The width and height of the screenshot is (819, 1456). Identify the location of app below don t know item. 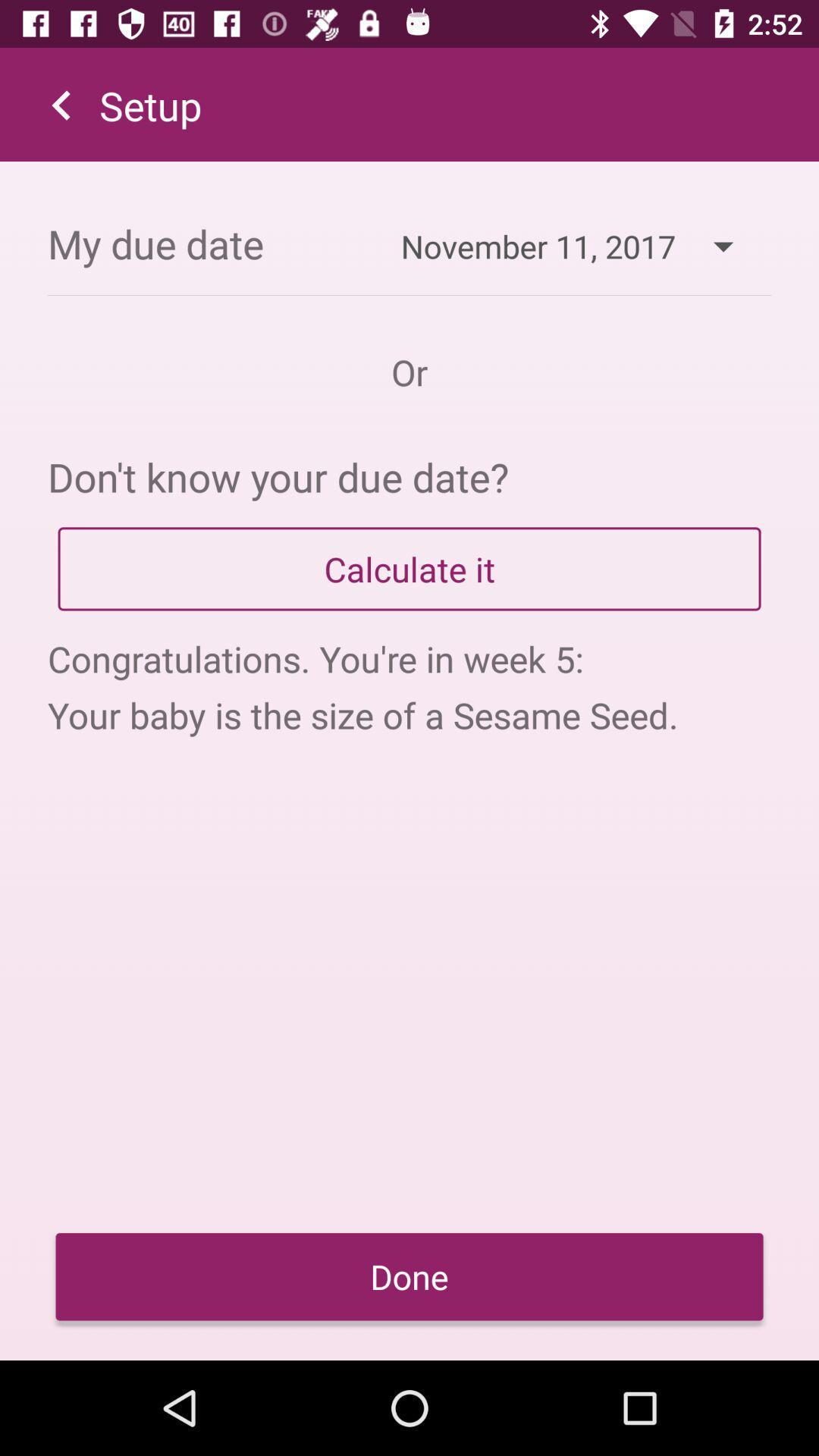
(409, 568).